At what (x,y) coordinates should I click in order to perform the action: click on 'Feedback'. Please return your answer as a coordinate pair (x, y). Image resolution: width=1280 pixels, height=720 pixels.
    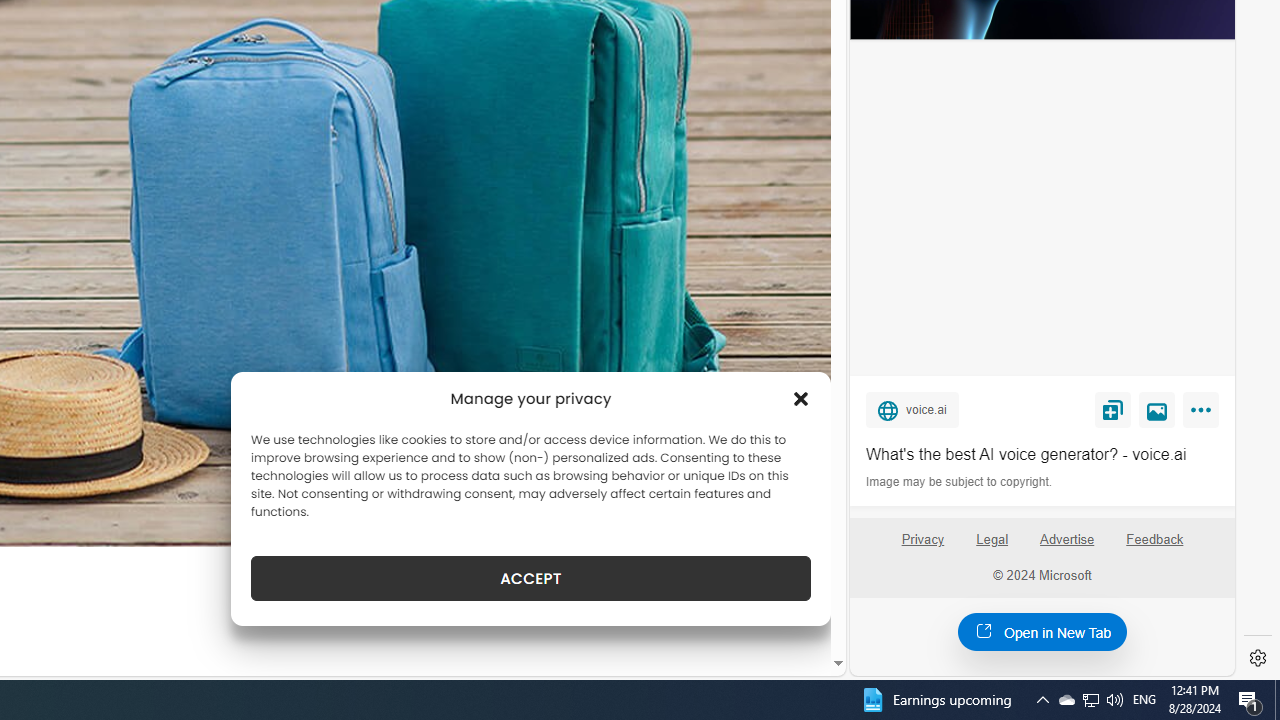
    Looking at the image, I should click on (1155, 547).